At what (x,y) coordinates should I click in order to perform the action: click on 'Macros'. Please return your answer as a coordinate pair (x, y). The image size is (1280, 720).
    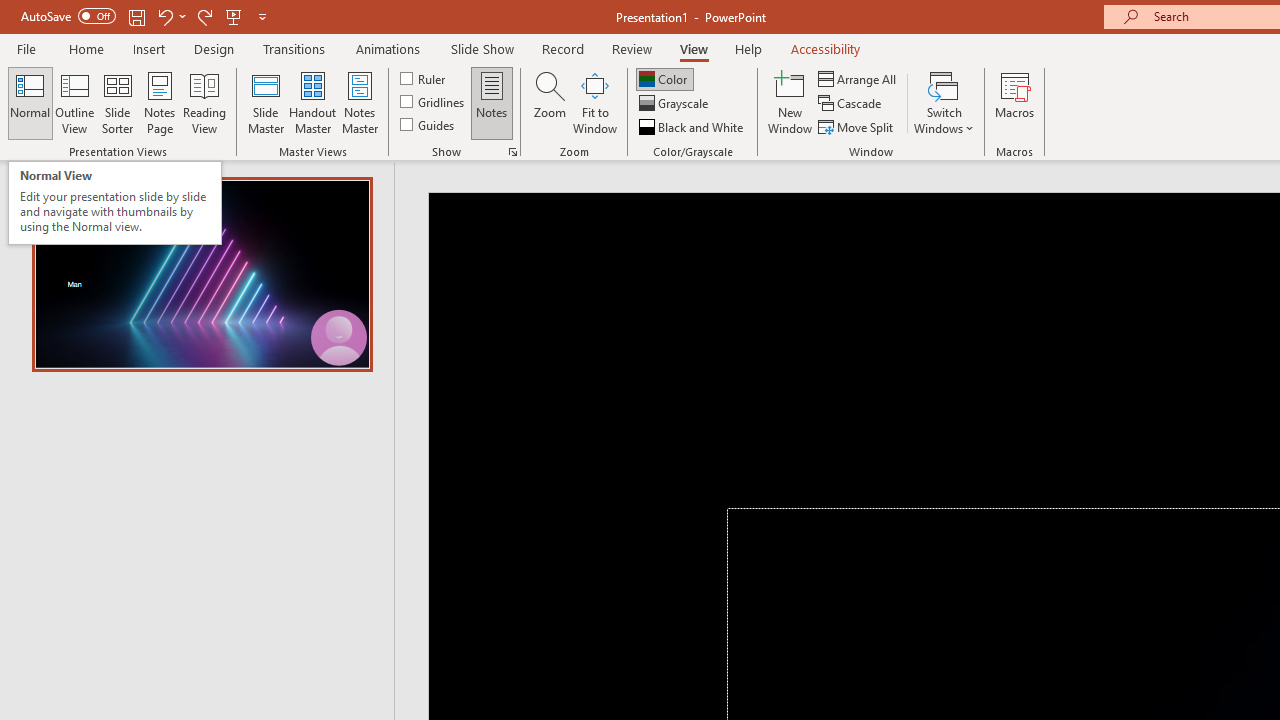
    Looking at the image, I should click on (1015, 103).